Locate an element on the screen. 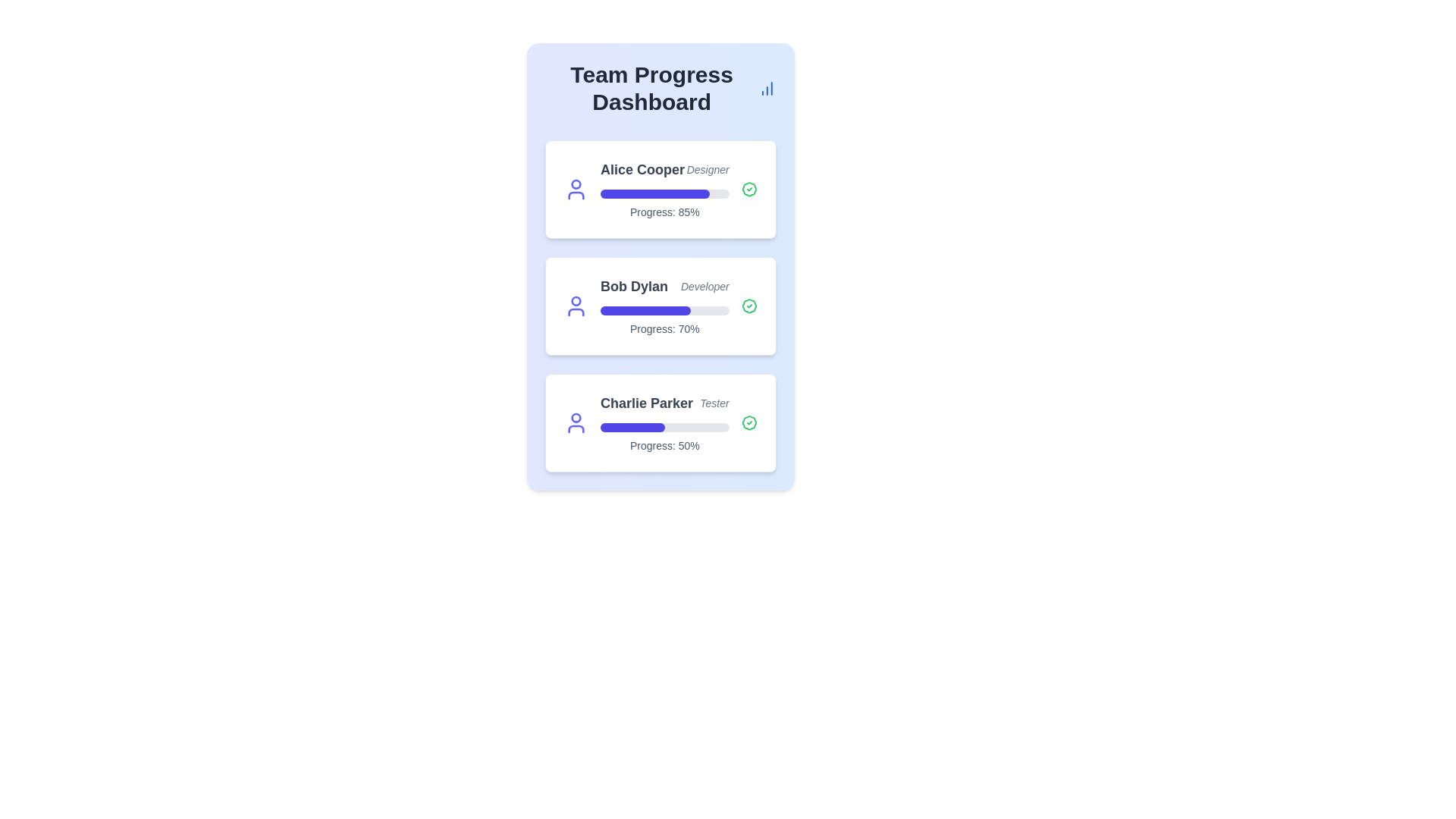 This screenshot has width=1456, height=819. the progress bar located below the 'Bob Dylan Developer' name and title text, which is filled to approximately 70% with a blue segment is located at coordinates (664, 309).